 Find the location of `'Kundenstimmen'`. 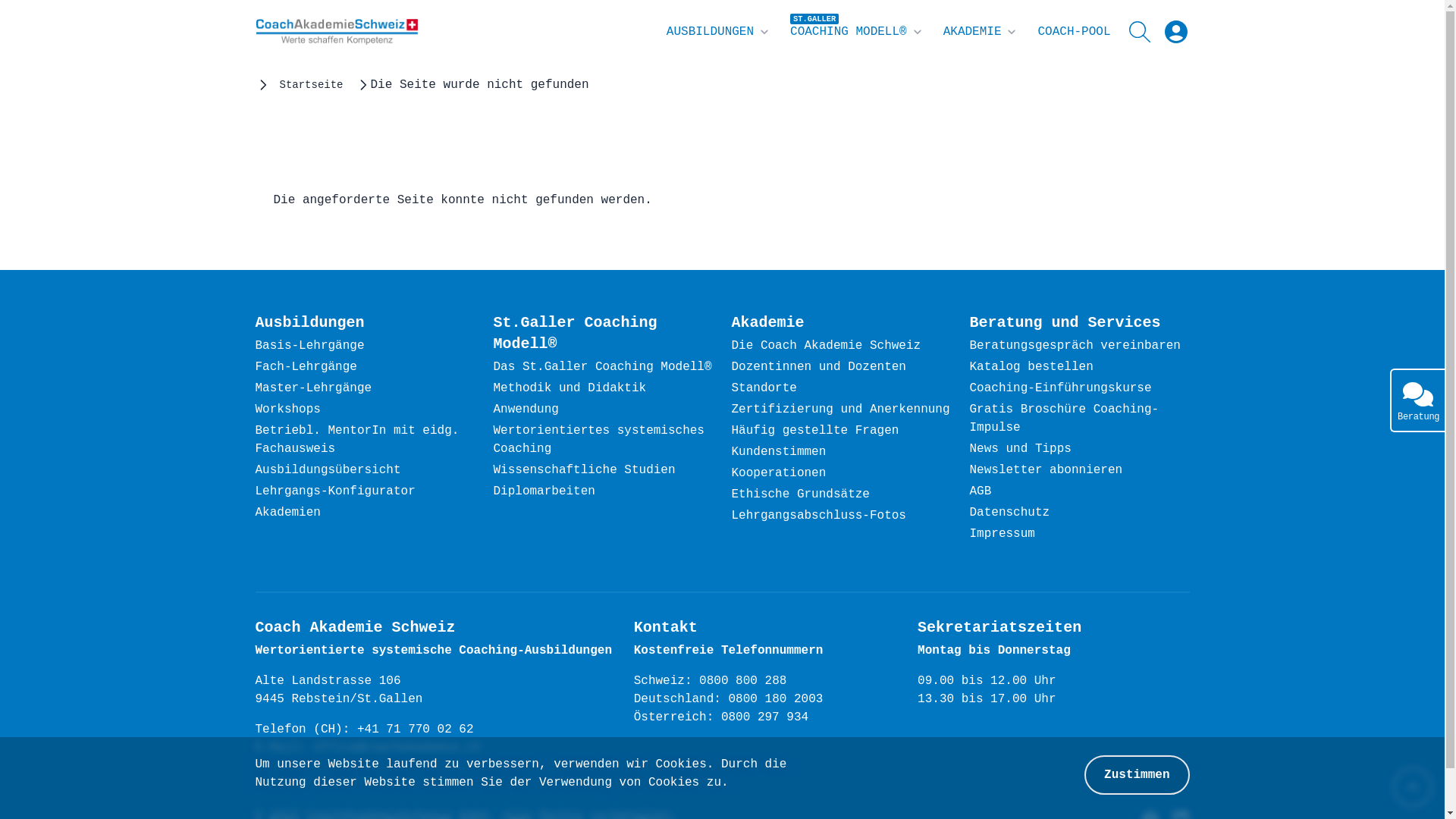

'Kundenstimmen' is located at coordinates (731, 452).